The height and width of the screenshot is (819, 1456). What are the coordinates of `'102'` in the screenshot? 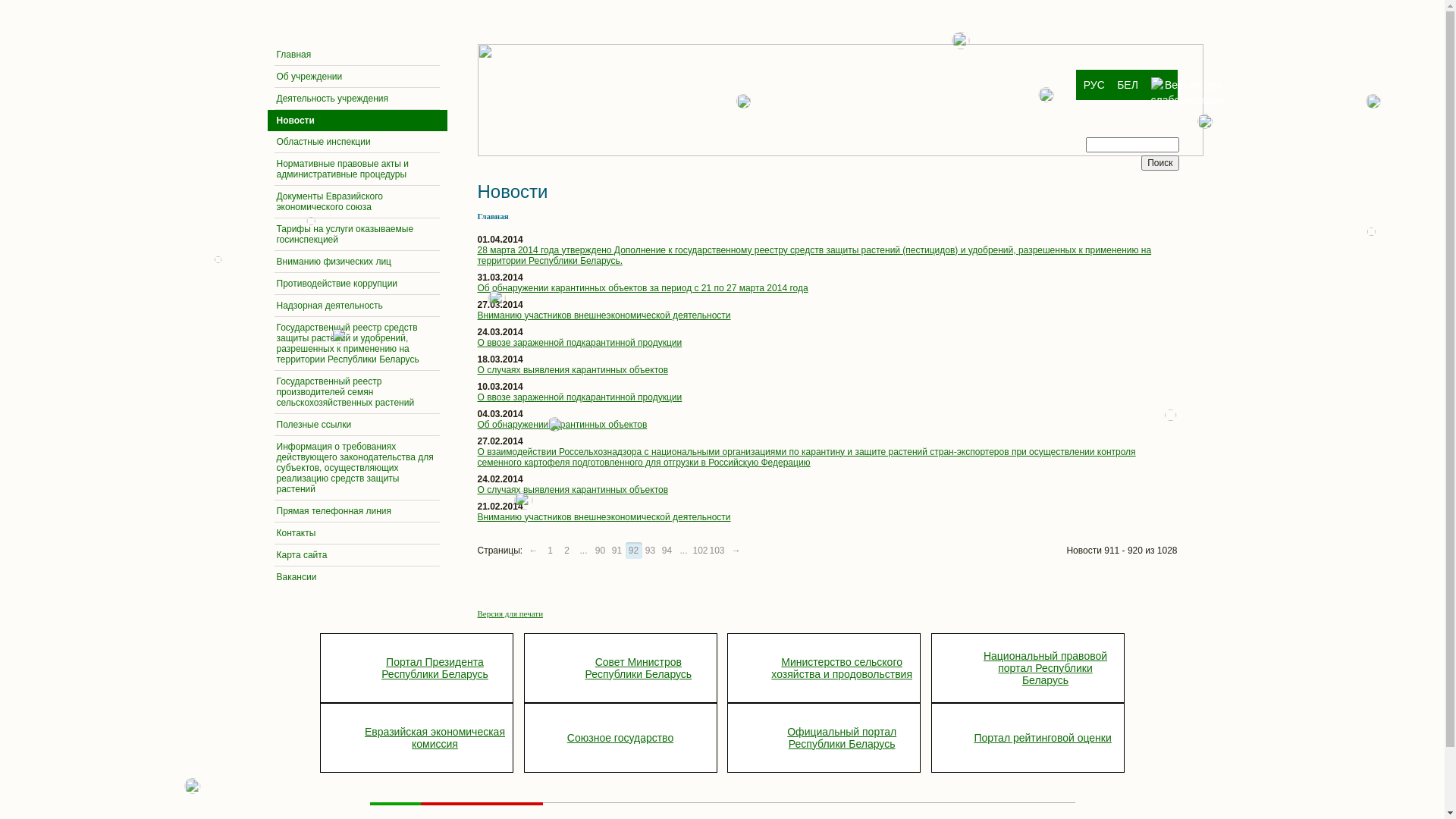 It's located at (700, 550).